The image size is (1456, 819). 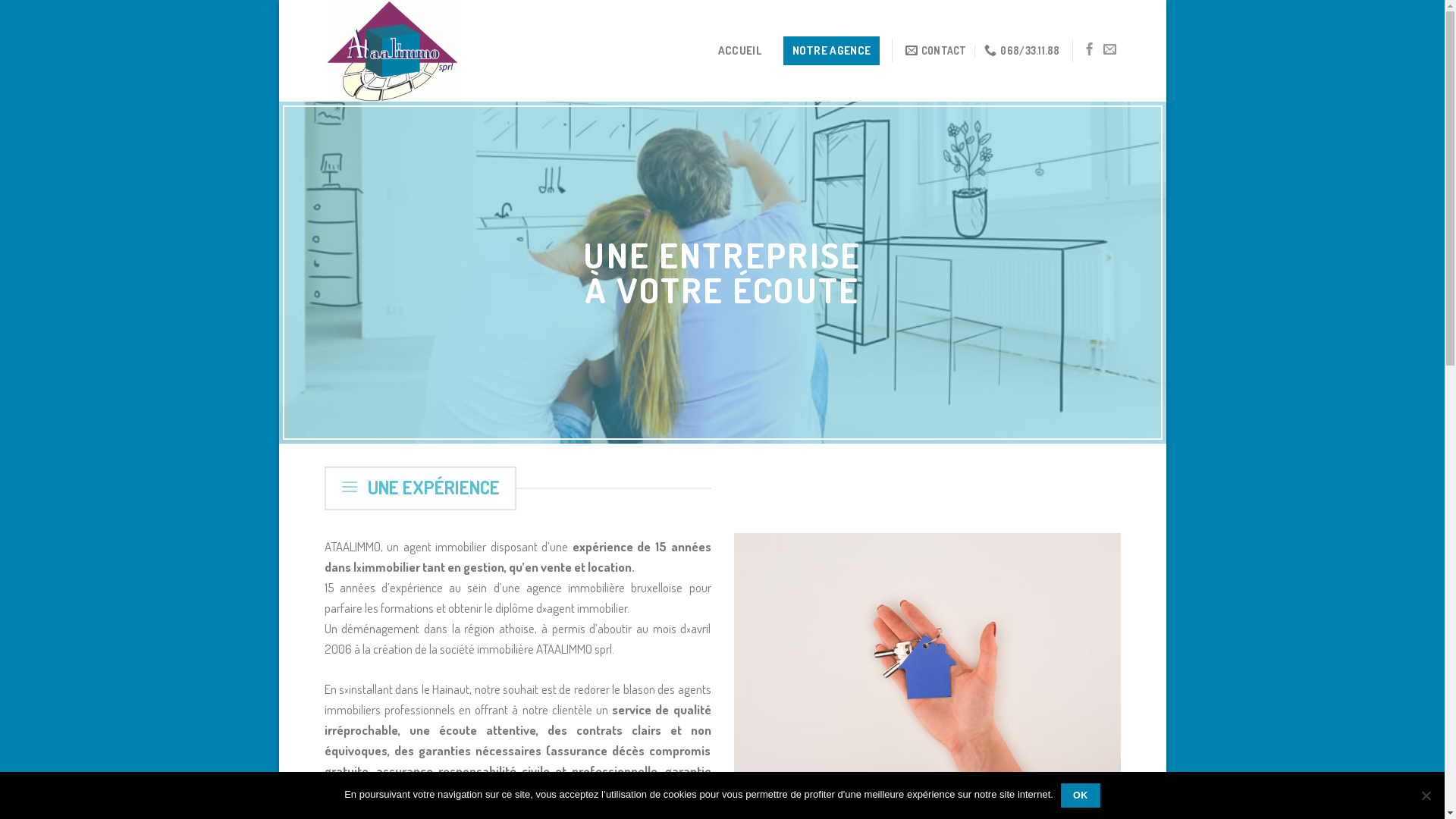 I want to click on 'Nous envoyer un email', so click(x=1103, y=49).